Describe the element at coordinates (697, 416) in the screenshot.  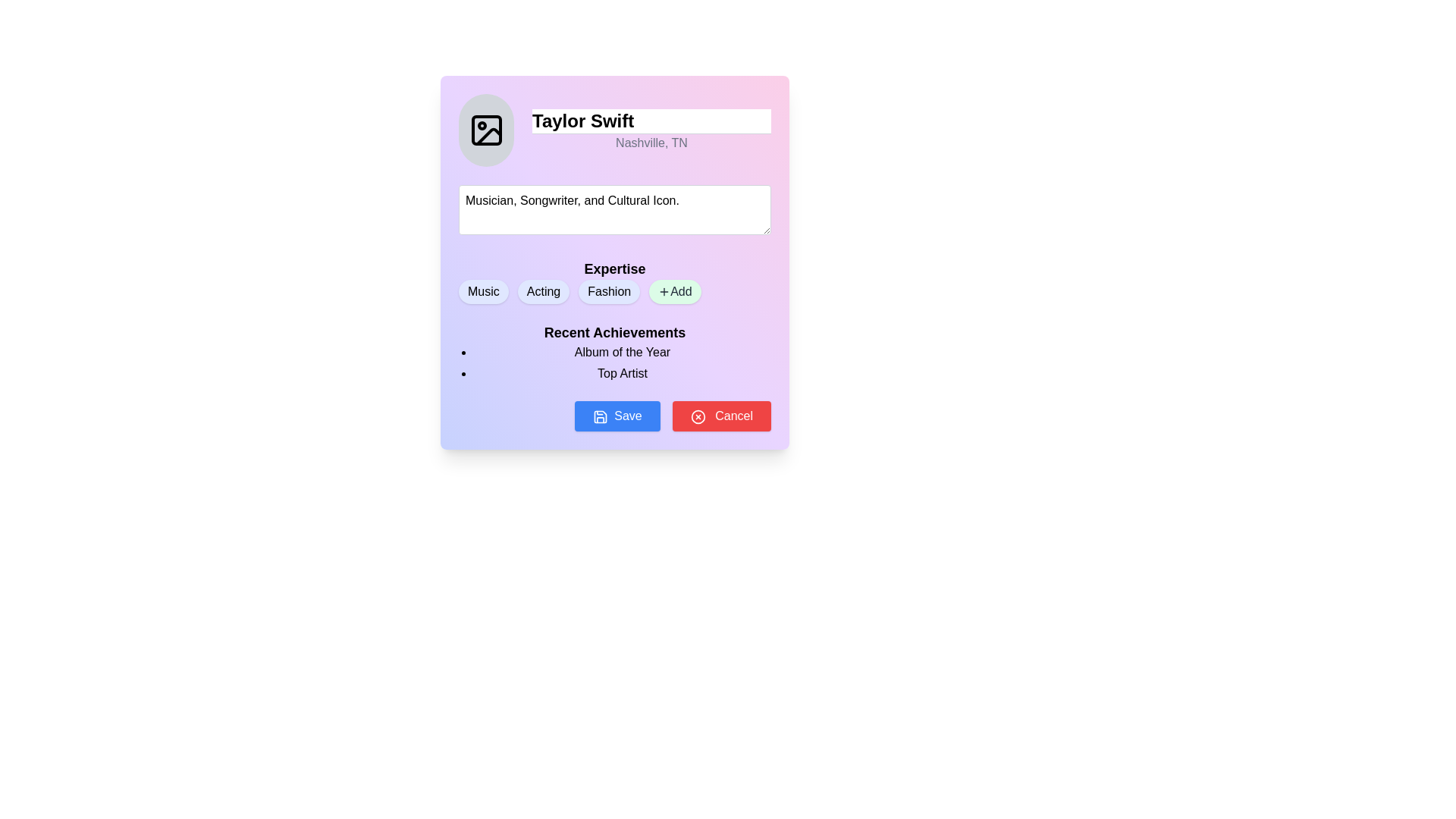
I see `the 'Cancel' button which contains the icon used for negating or closing an action, located to the left of the button's text` at that location.